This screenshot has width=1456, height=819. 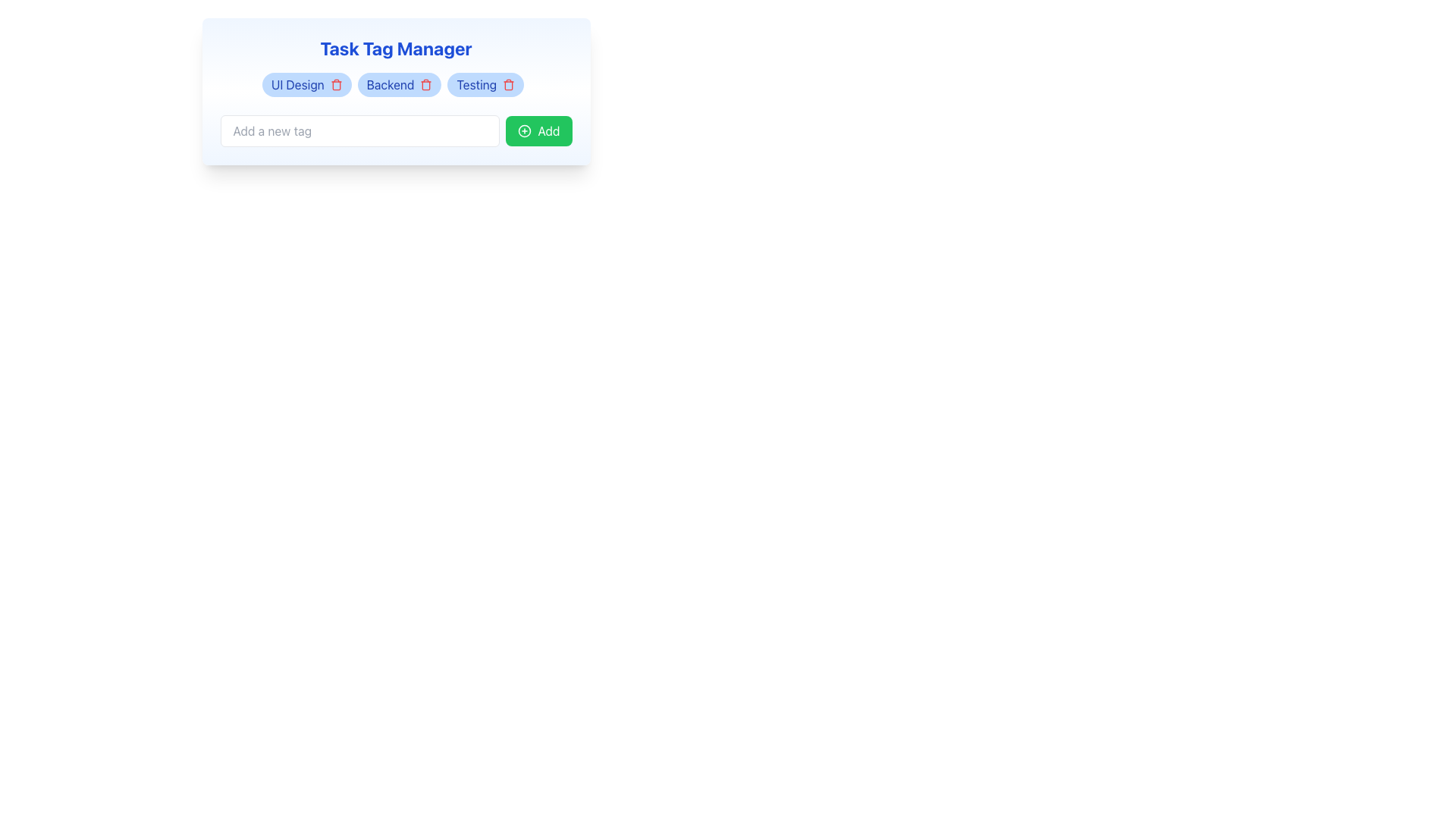 What do you see at coordinates (396, 91) in the screenshot?
I see `the rounded blue pill-shaped label with the text 'Backend' located centrally in the row of tags under 'Task Tag Manager'` at bounding box center [396, 91].